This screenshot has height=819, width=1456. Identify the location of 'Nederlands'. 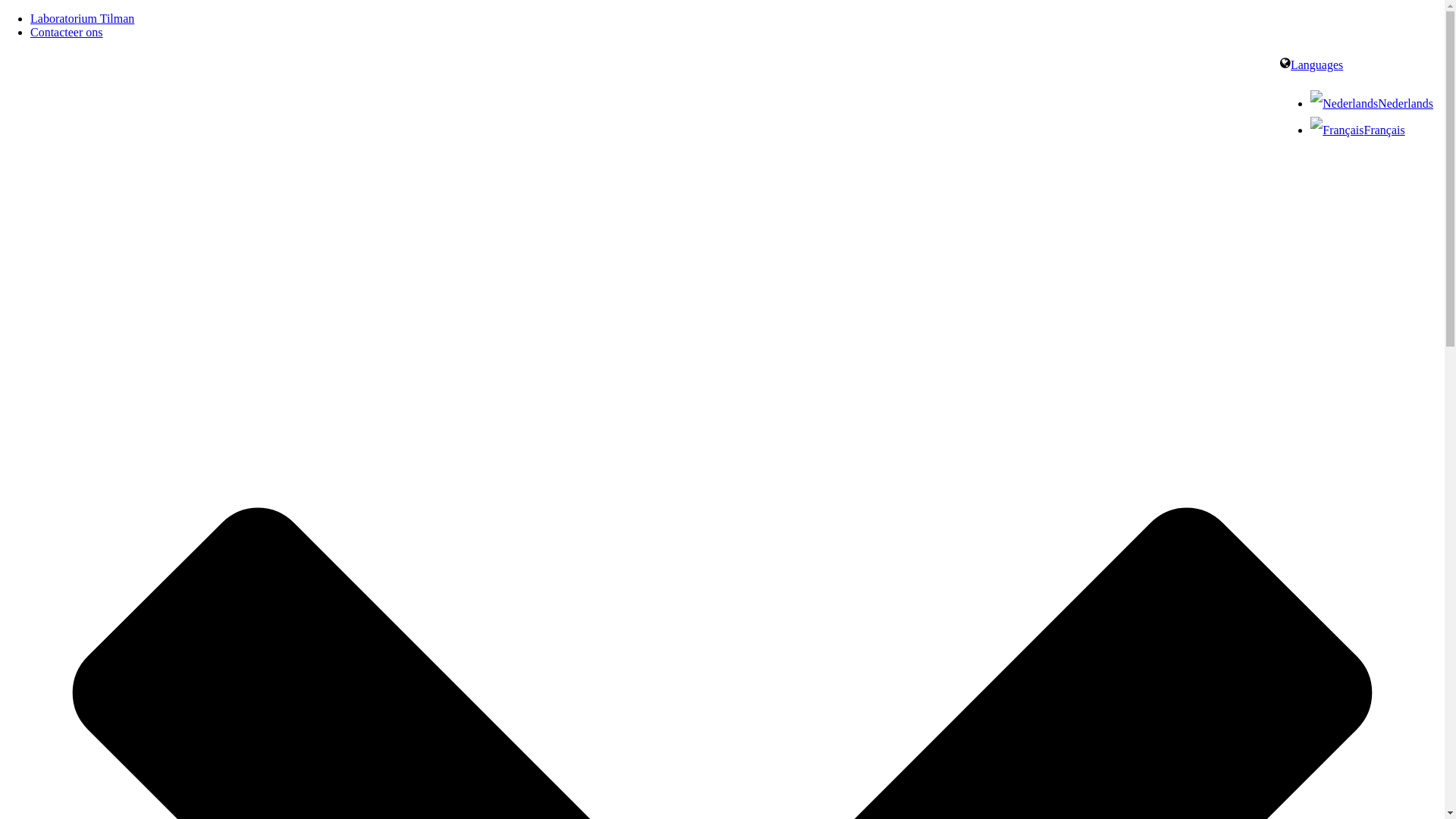
(1310, 102).